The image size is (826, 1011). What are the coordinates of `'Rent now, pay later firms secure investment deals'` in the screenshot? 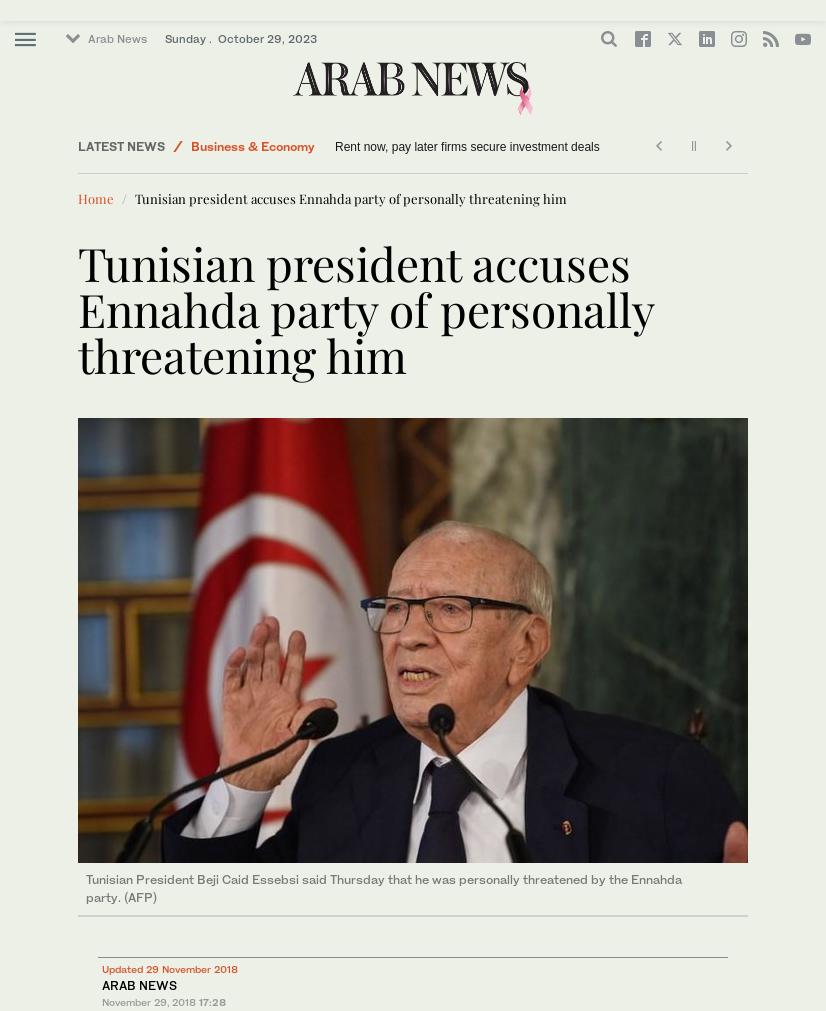 It's located at (466, 145).